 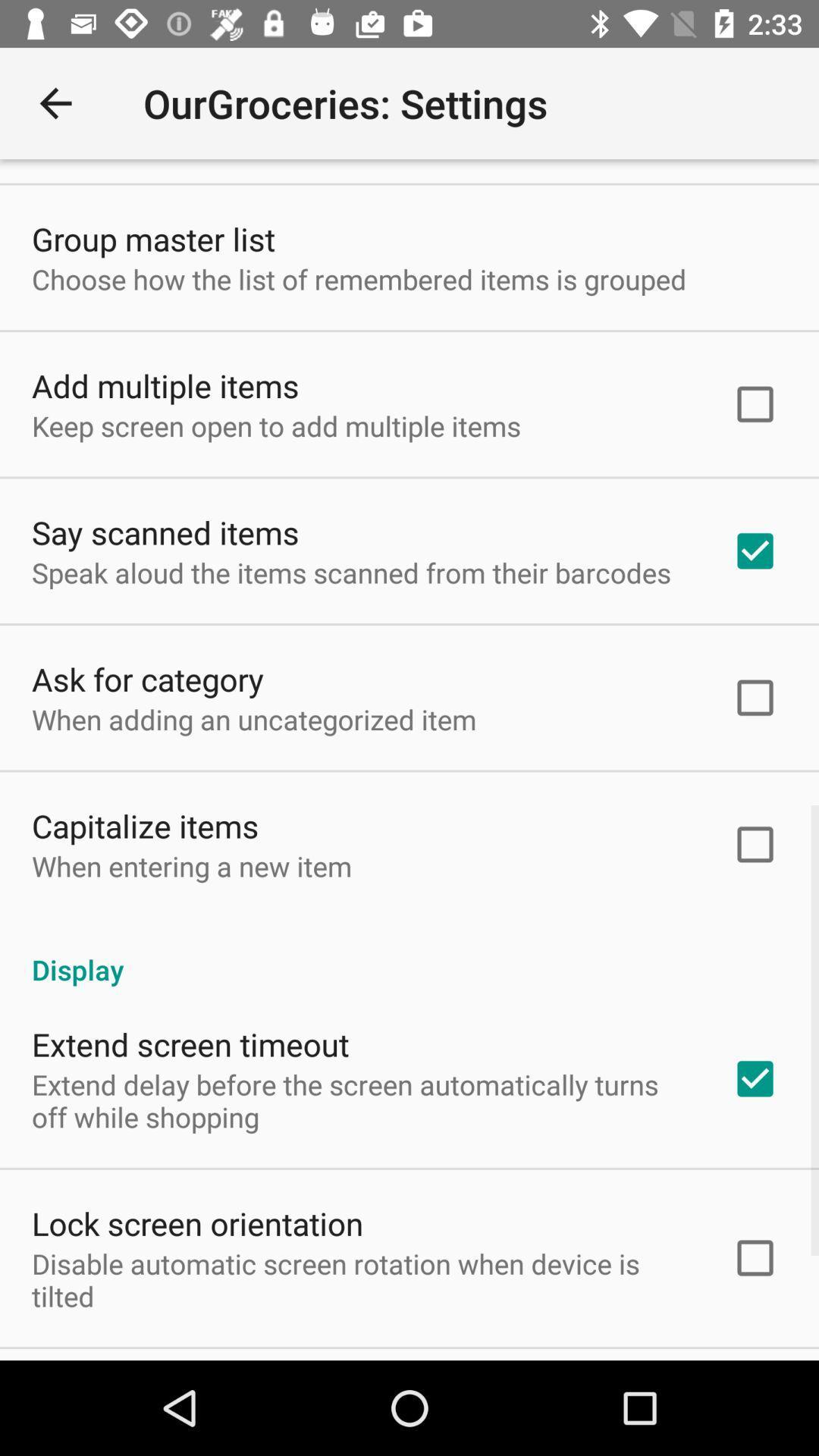 What do you see at coordinates (191, 866) in the screenshot?
I see `item above the display item` at bounding box center [191, 866].